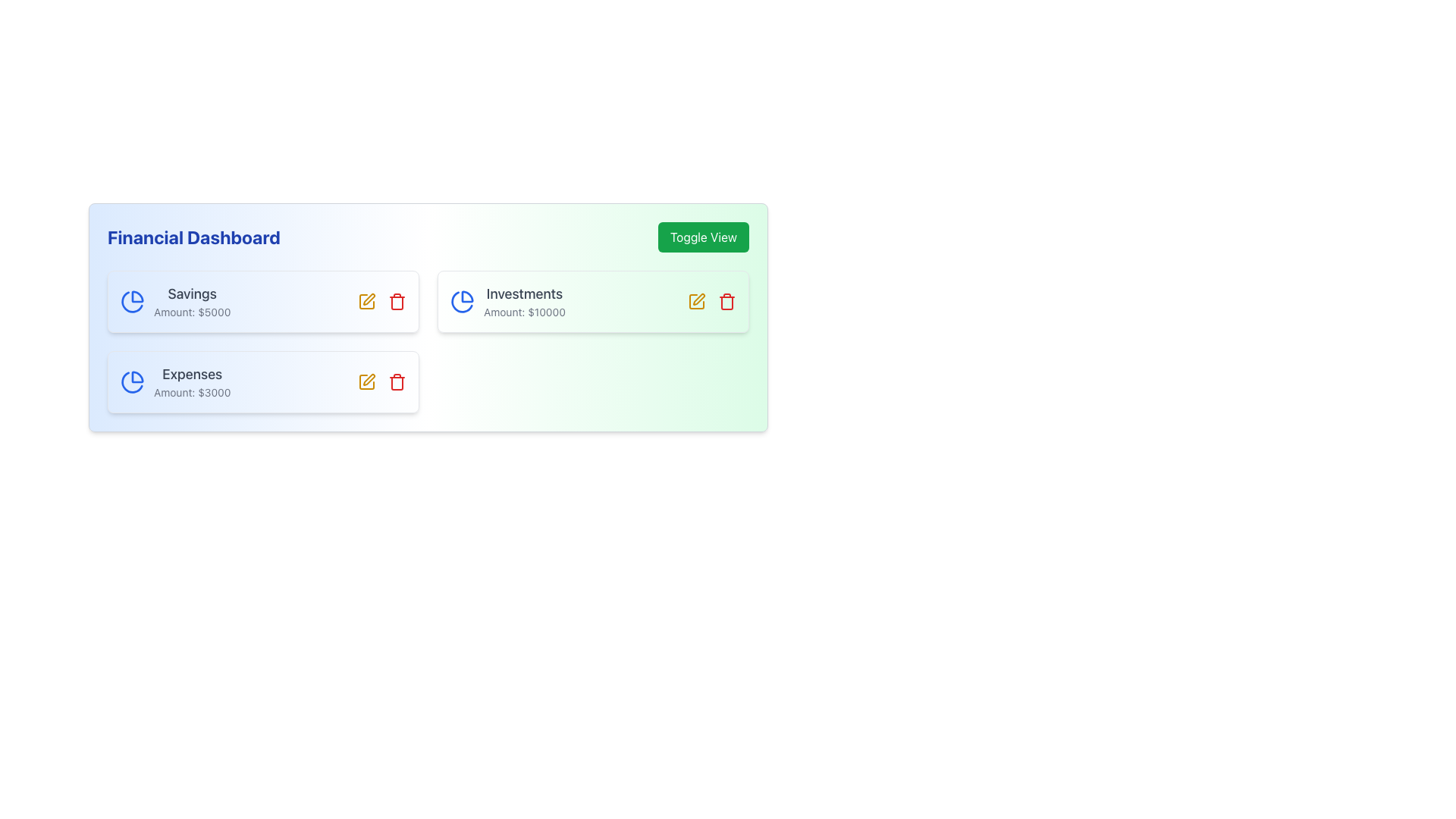 The image size is (1456, 819). What do you see at coordinates (191, 301) in the screenshot?
I see `text displayed in the Text Display Component showing the title 'Savings' and the amount '$5000', located below the 'Financial Dashboard' label and to the right of the pie chart icon` at bounding box center [191, 301].